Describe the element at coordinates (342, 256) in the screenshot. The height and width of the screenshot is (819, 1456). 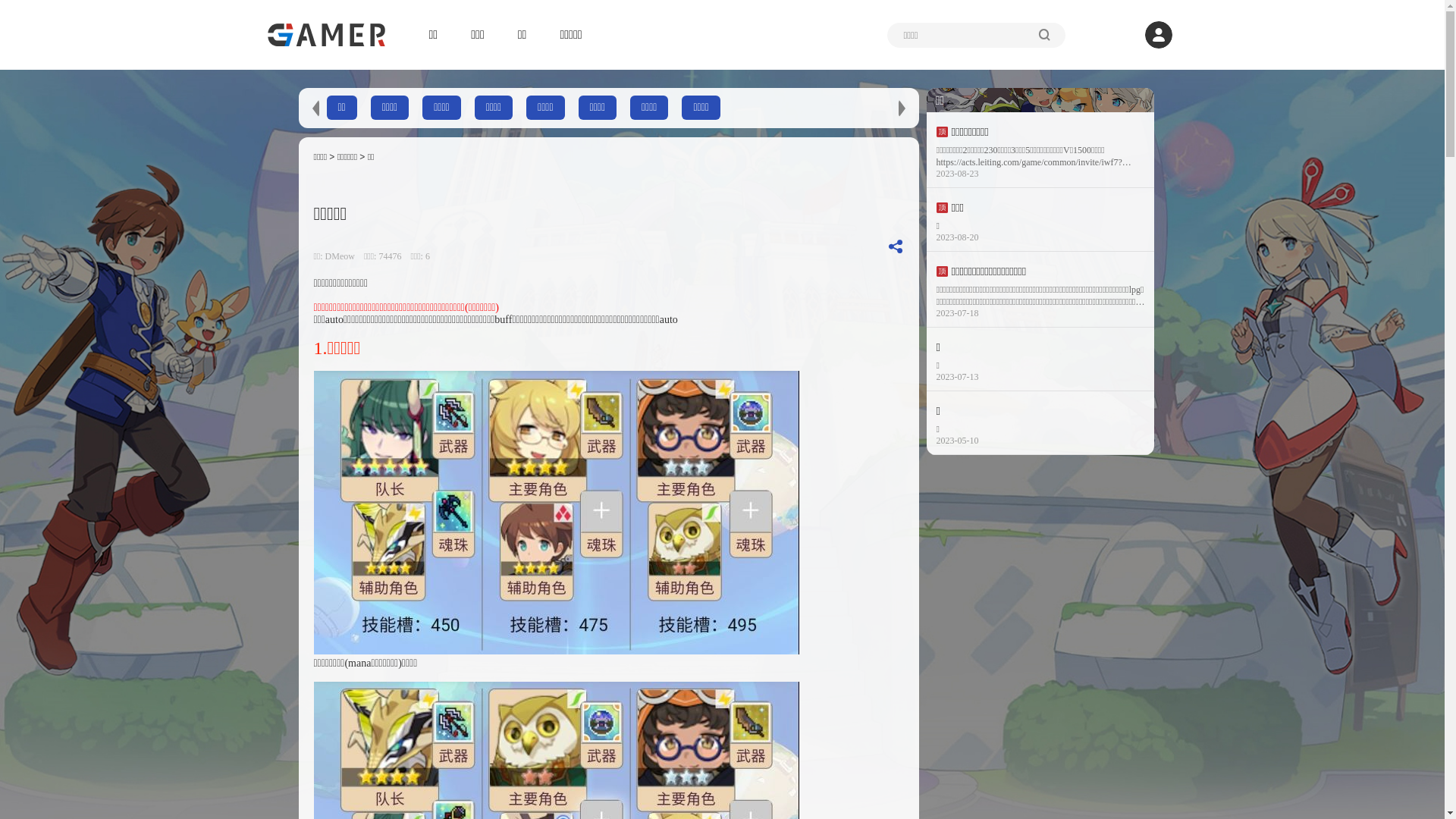
I see `'DMeow   '` at that location.